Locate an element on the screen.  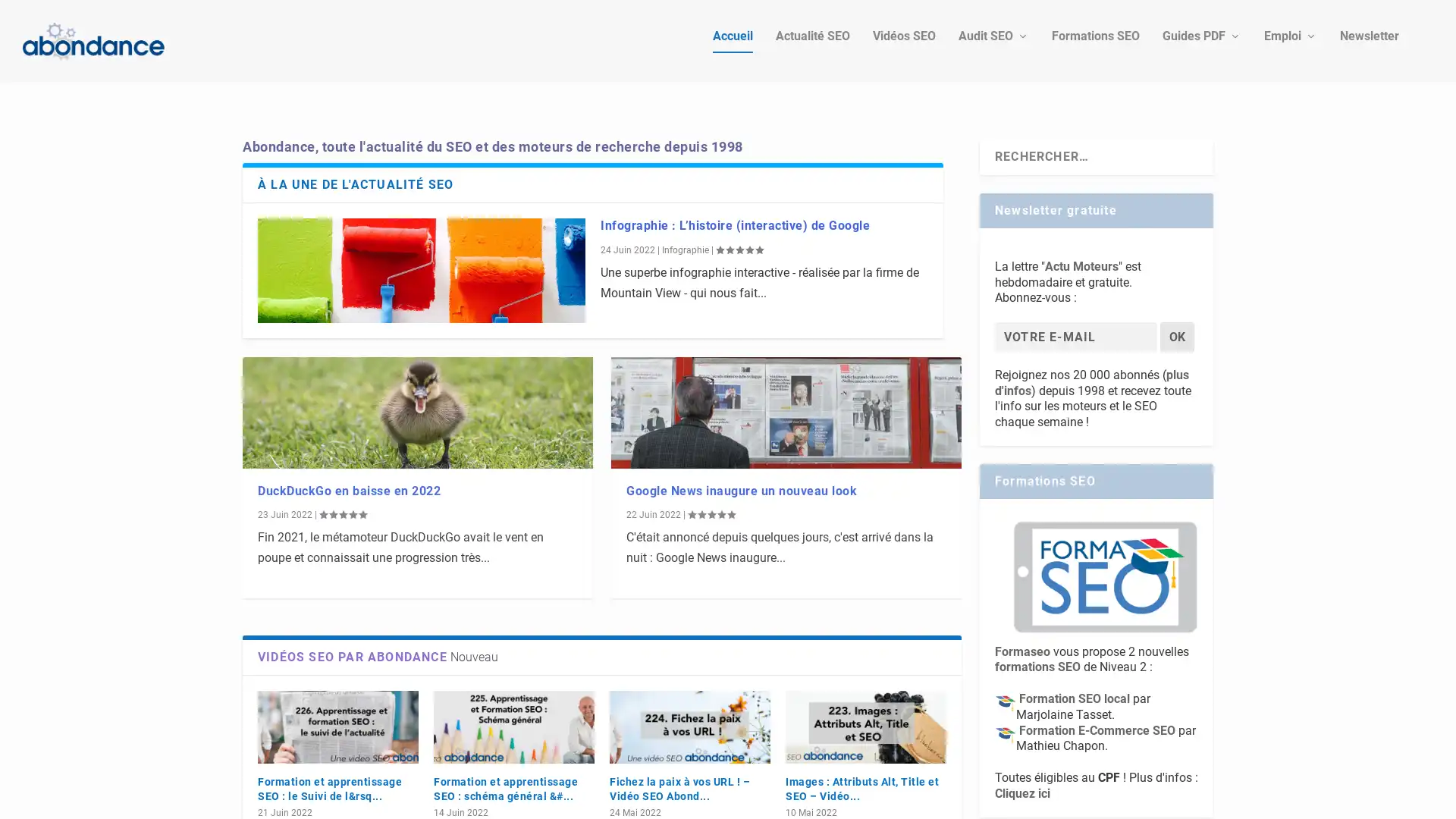
OK is located at coordinates (1176, 311).